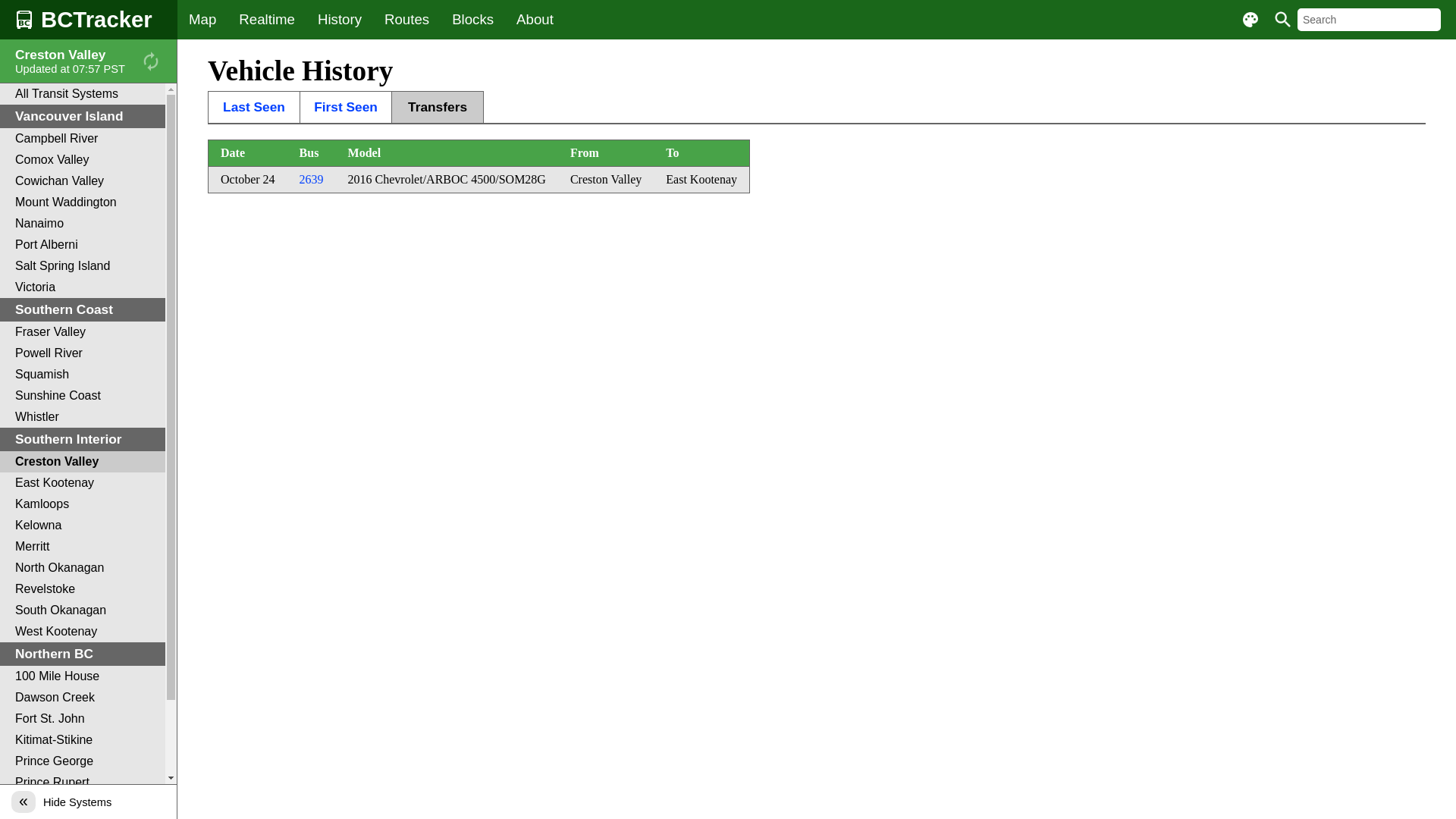 This screenshot has height=819, width=1456. What do you see at coordinates (0, 244) in the screenshot?
I see `'Port Alberni'` at bounding box center [0, 244].